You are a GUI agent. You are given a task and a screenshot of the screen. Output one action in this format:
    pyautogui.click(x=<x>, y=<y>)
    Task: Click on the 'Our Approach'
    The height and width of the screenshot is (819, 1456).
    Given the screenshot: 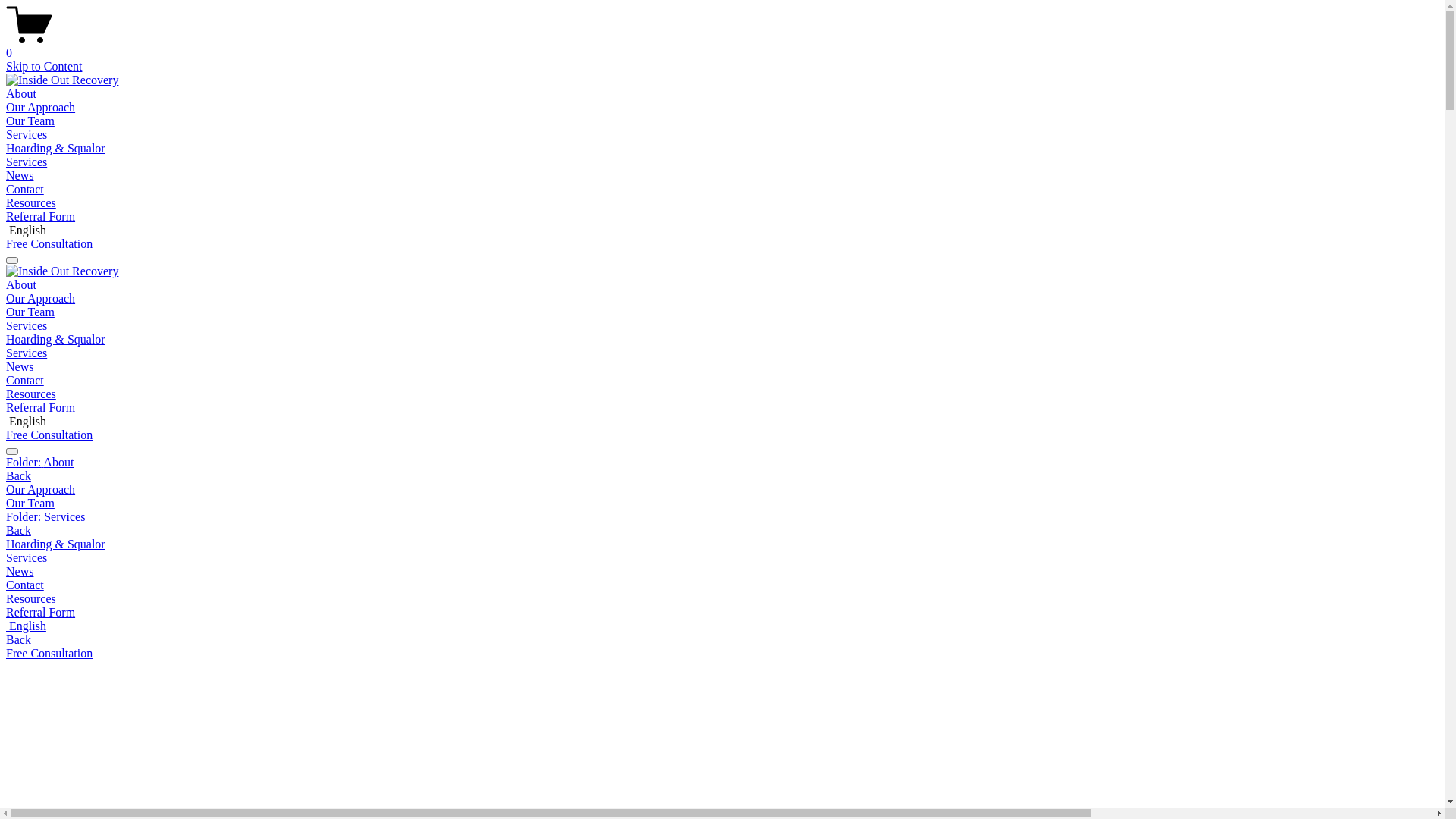 What is the action you would take?
    pyautogui.click(x=721, y=489)
    